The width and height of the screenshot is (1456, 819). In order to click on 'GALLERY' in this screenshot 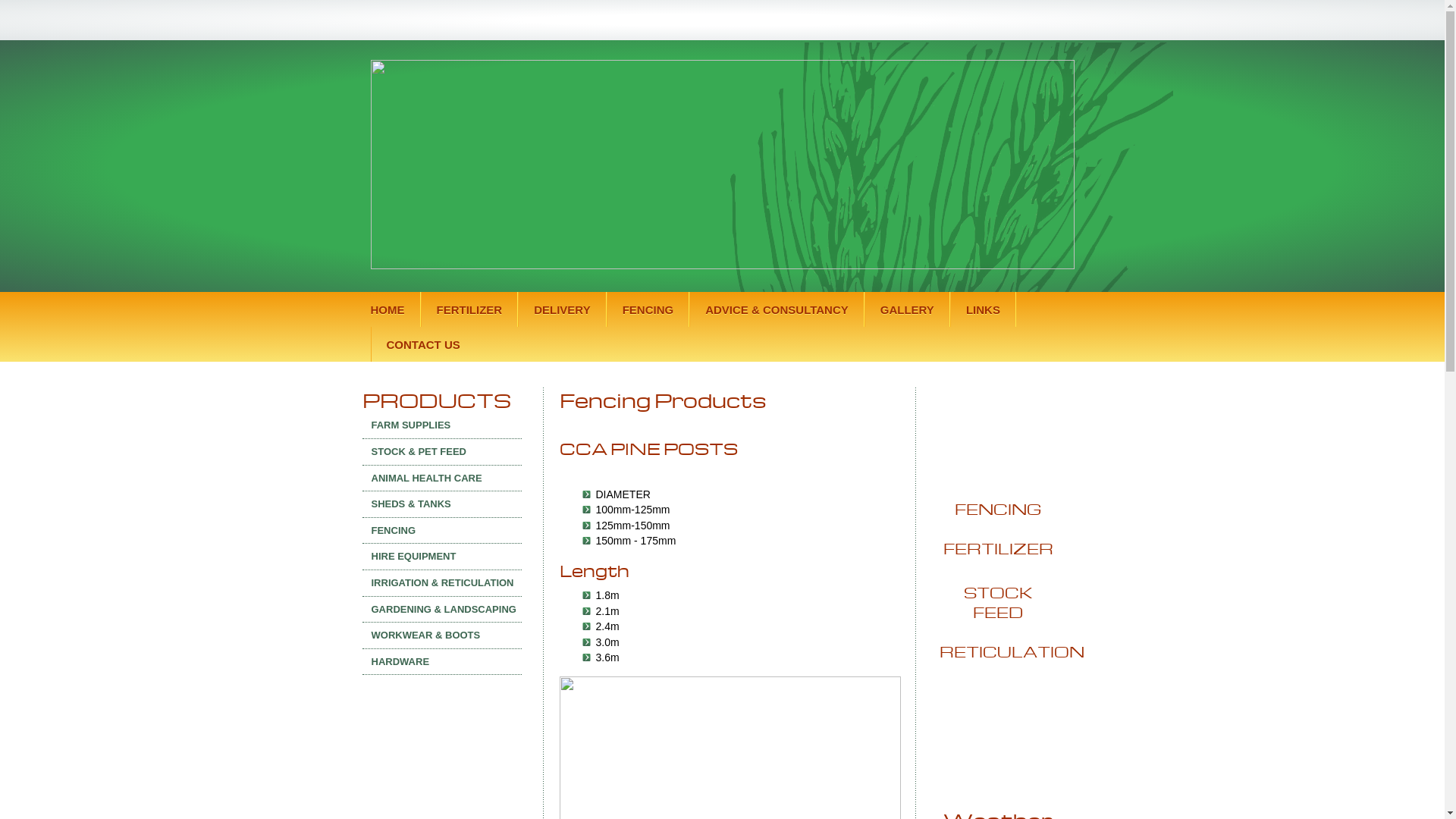, I will do `click(864, 309)`.